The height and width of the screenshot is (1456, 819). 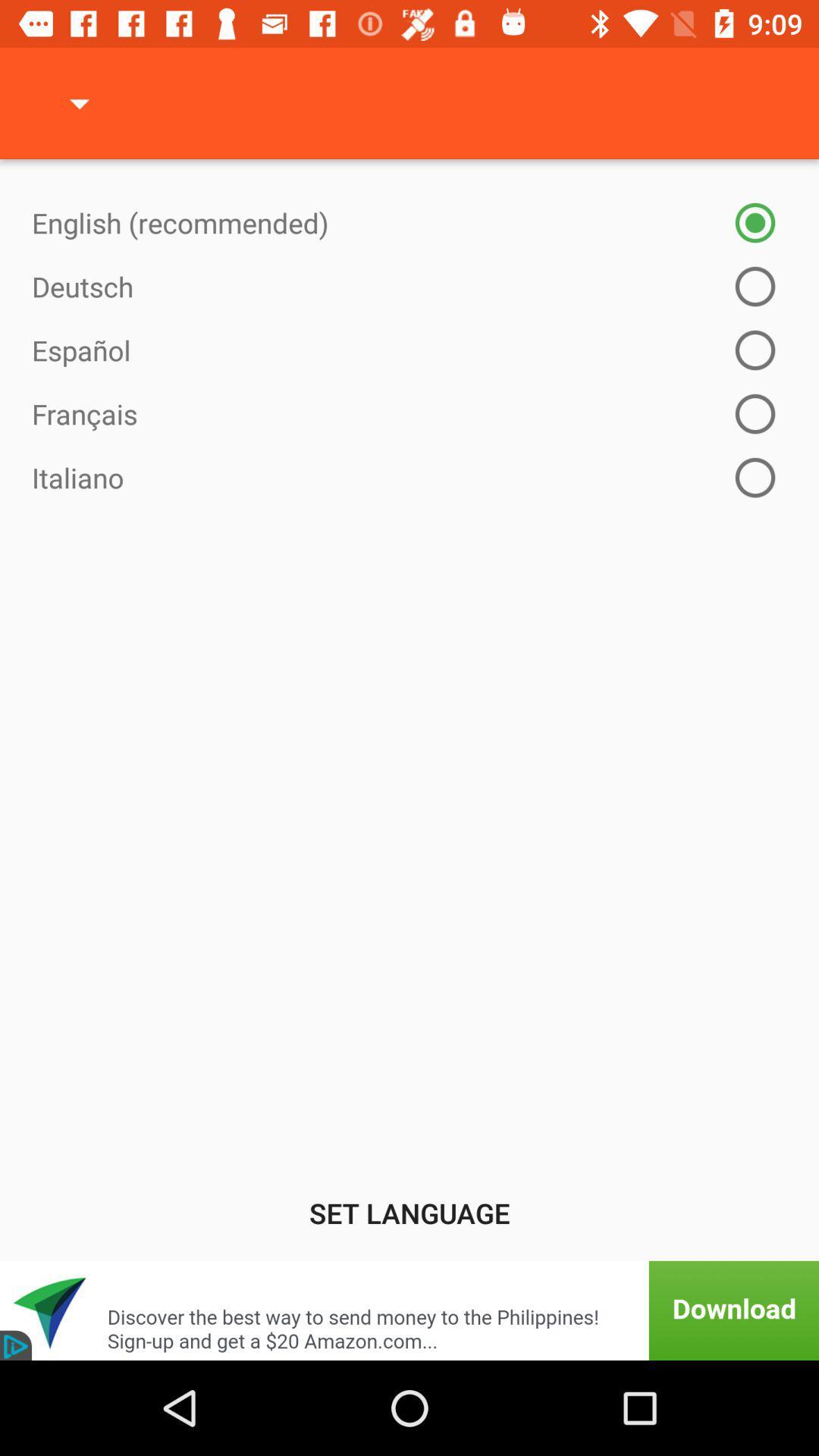 What do you see at coordinates (409, 1310) in the screenshot?
I see `click on advertisement` at bounding box center [409, 1310].